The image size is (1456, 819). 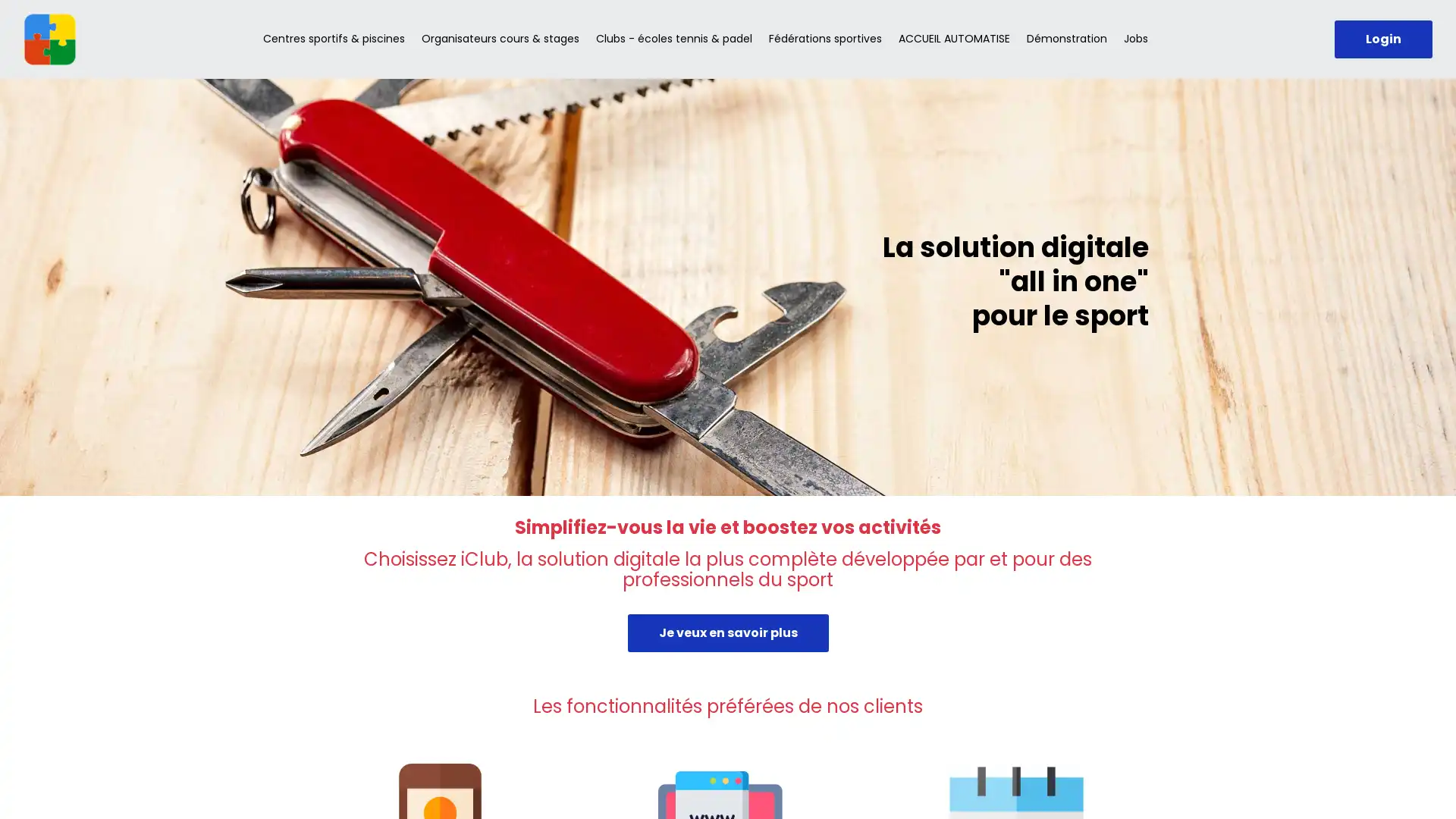 I want to click on Federations sportives, so click(x=824, y=38).